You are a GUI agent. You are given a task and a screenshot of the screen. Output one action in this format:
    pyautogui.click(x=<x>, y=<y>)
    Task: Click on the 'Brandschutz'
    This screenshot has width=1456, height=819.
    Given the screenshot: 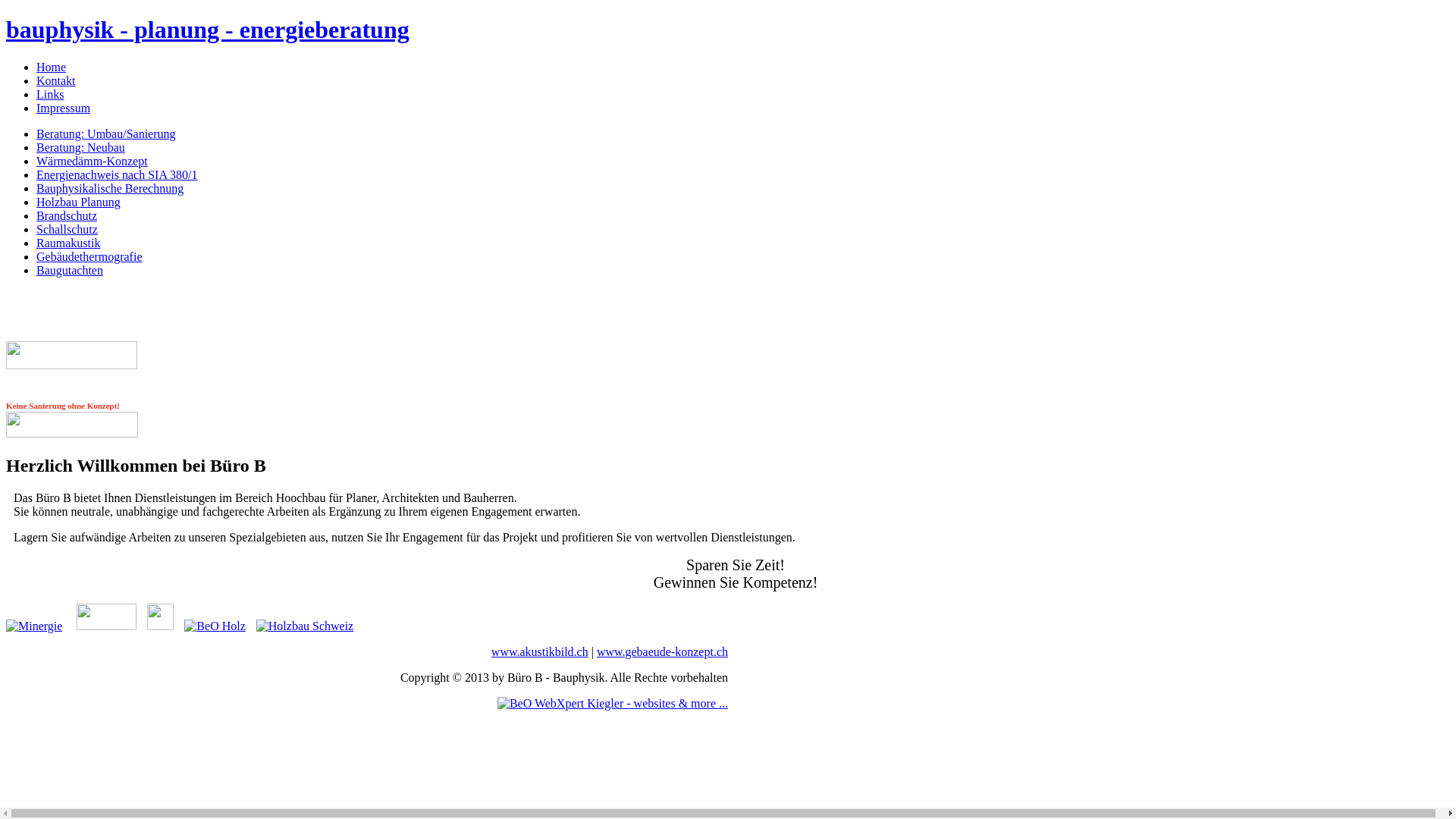 What is the action you would take?
    pyautogui.click(x=65, y=215)
    